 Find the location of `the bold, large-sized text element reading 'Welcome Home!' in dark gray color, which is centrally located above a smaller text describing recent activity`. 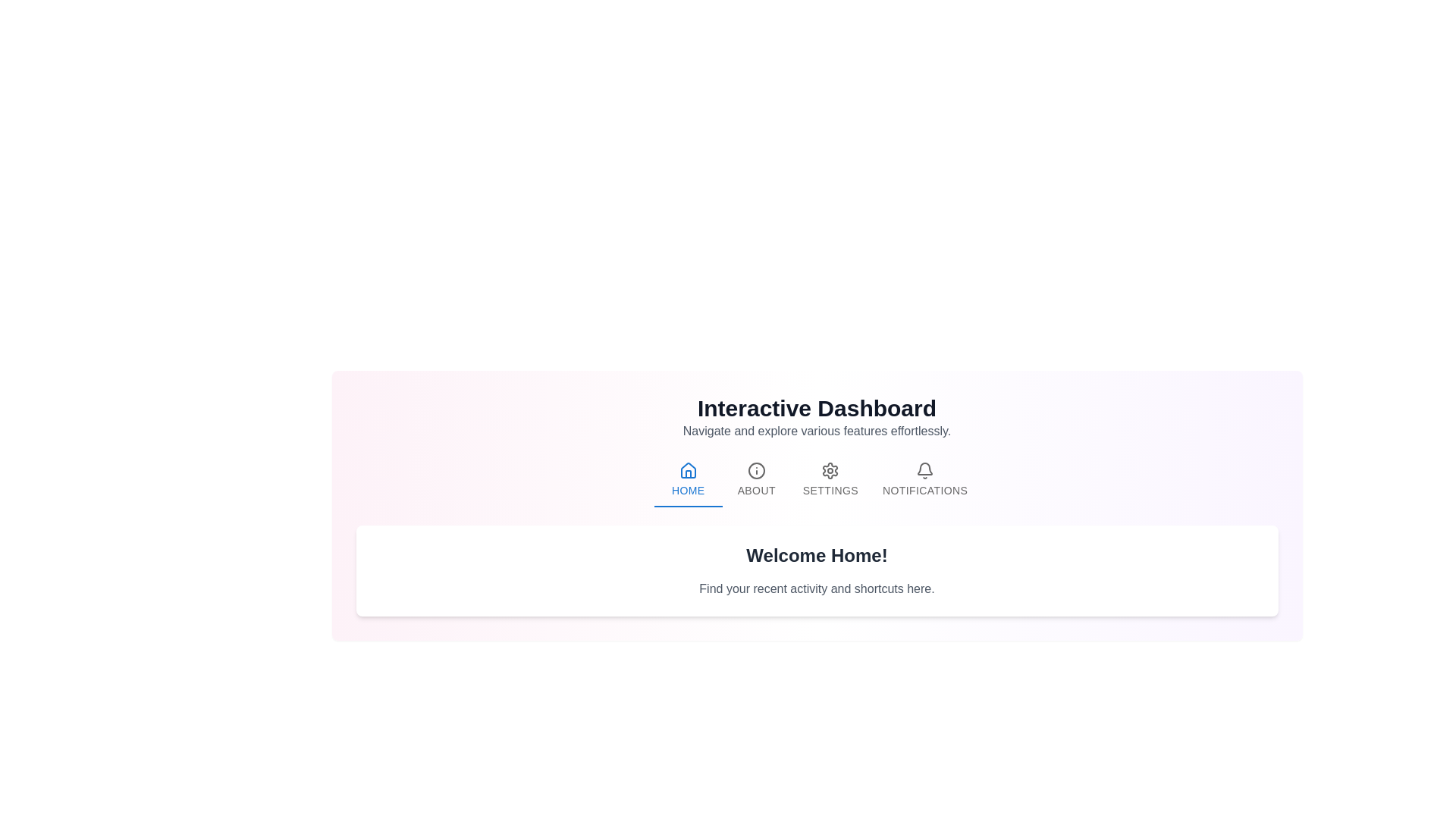

the bold, large-sized text element reading 'Welcome Home!' in dark gray color, which is centrally located above a smaller text describing recent activity is located at coordinates (816, 555).